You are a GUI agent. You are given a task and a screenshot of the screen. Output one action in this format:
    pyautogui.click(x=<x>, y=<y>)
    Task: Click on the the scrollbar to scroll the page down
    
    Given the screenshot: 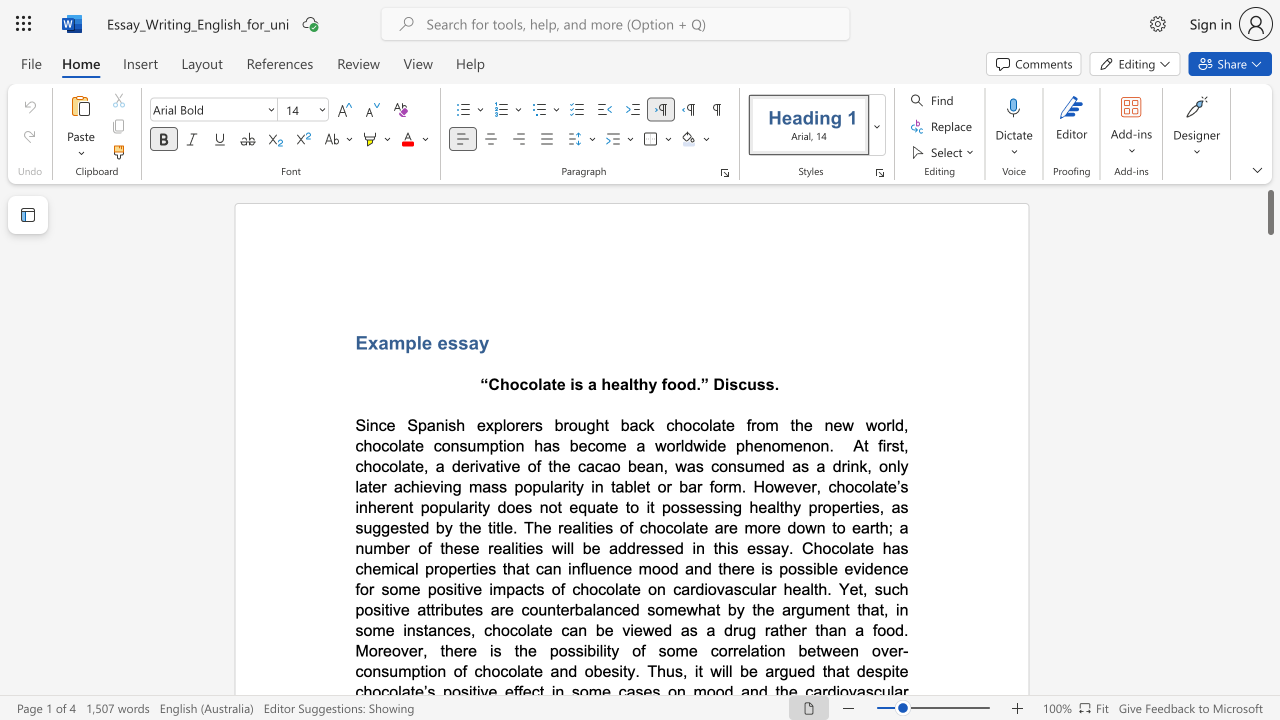 What is the action you would take?
    pyautogui.click(x=1269, y=630)
    